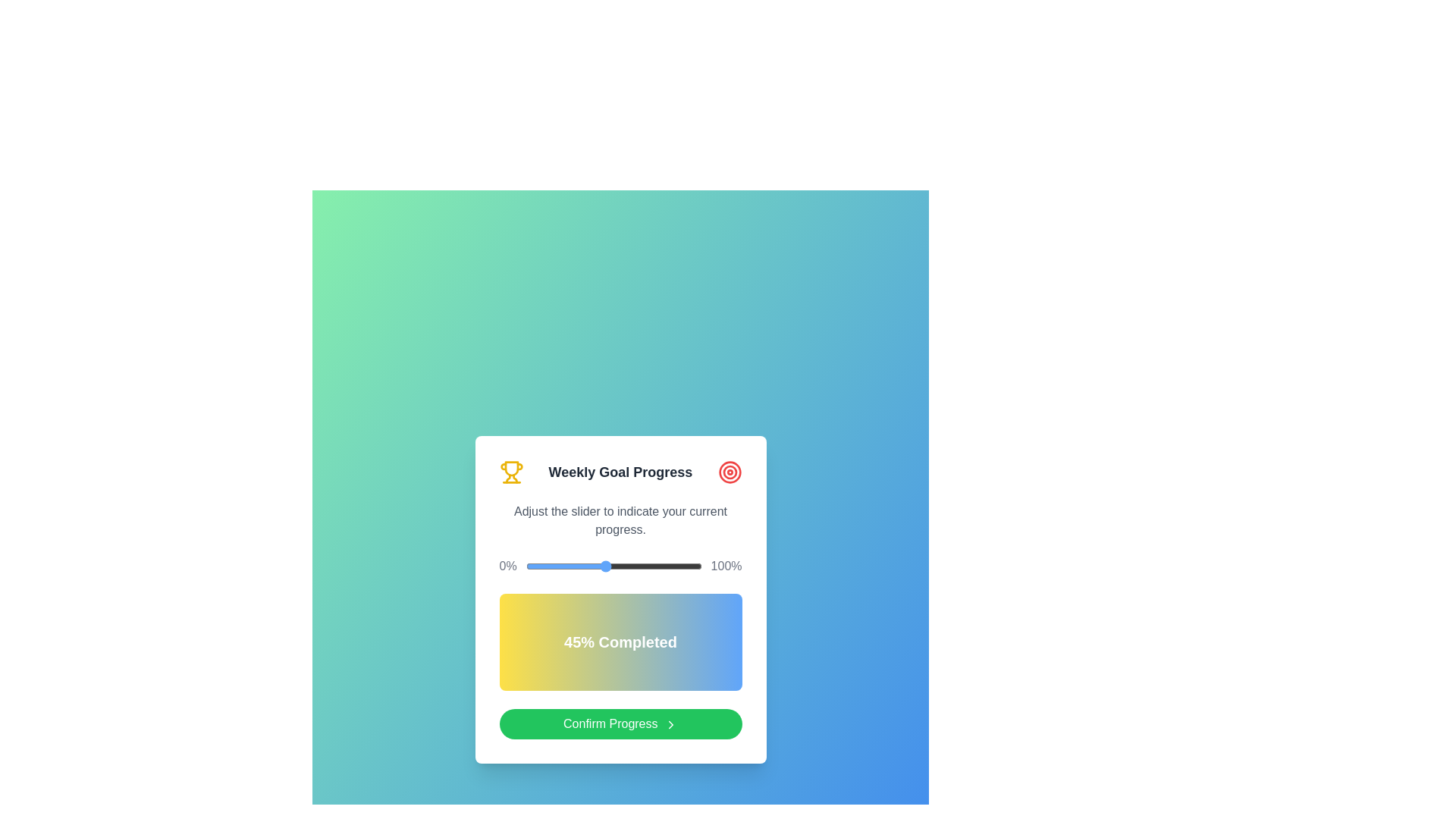 The height and width of the screenshot is (819, 1456). I want to click on the progress value to 94% by dragging the slider, so click(690, 566).